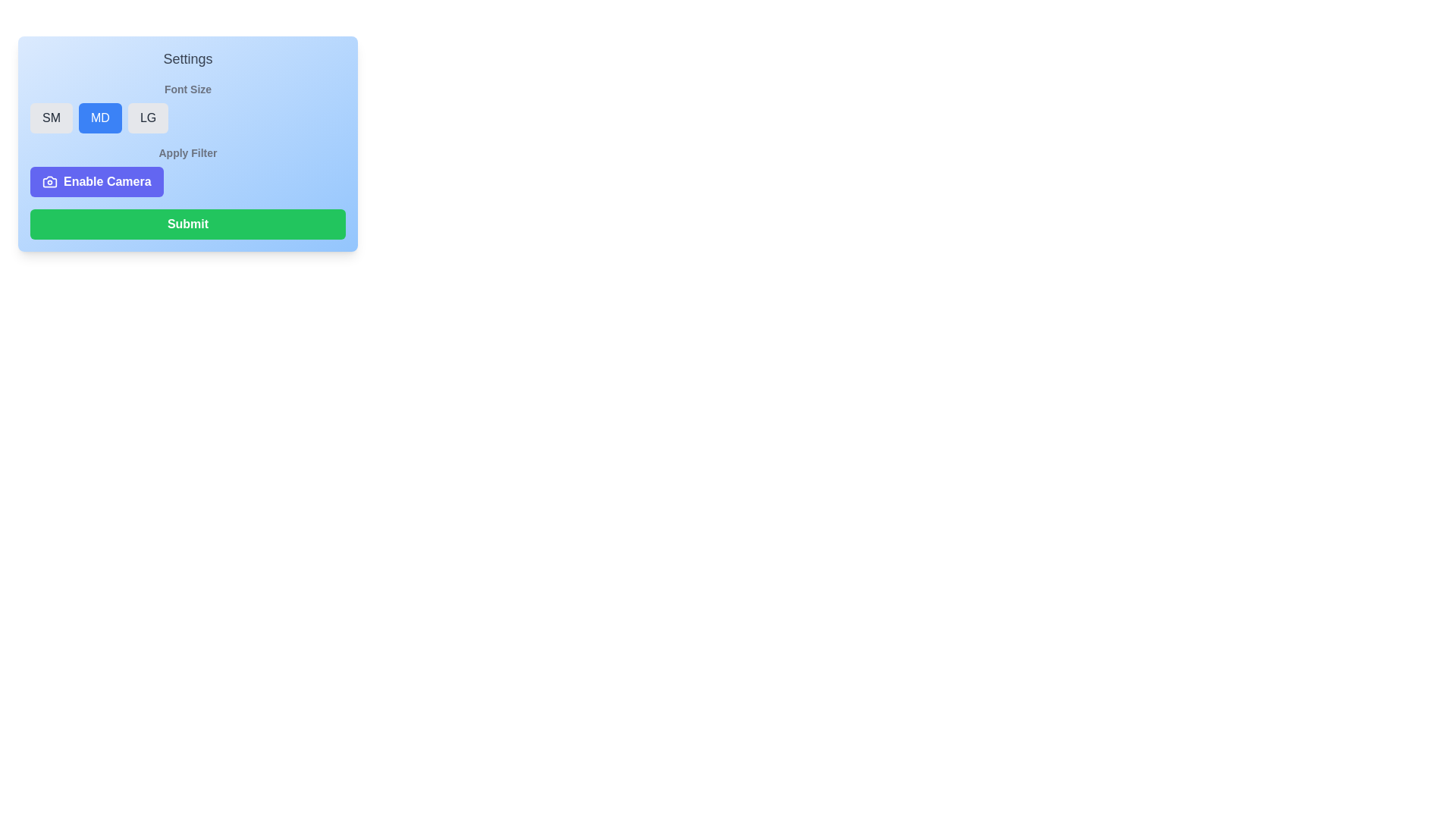  What do you see at coordinates (187, 152) in the screenshot?
I see `the static text label indicating the purpose of the nearby controls, positioned above the 'Enable Camera' button group and below the font size adjustment options` at bounding box center [187, 152].